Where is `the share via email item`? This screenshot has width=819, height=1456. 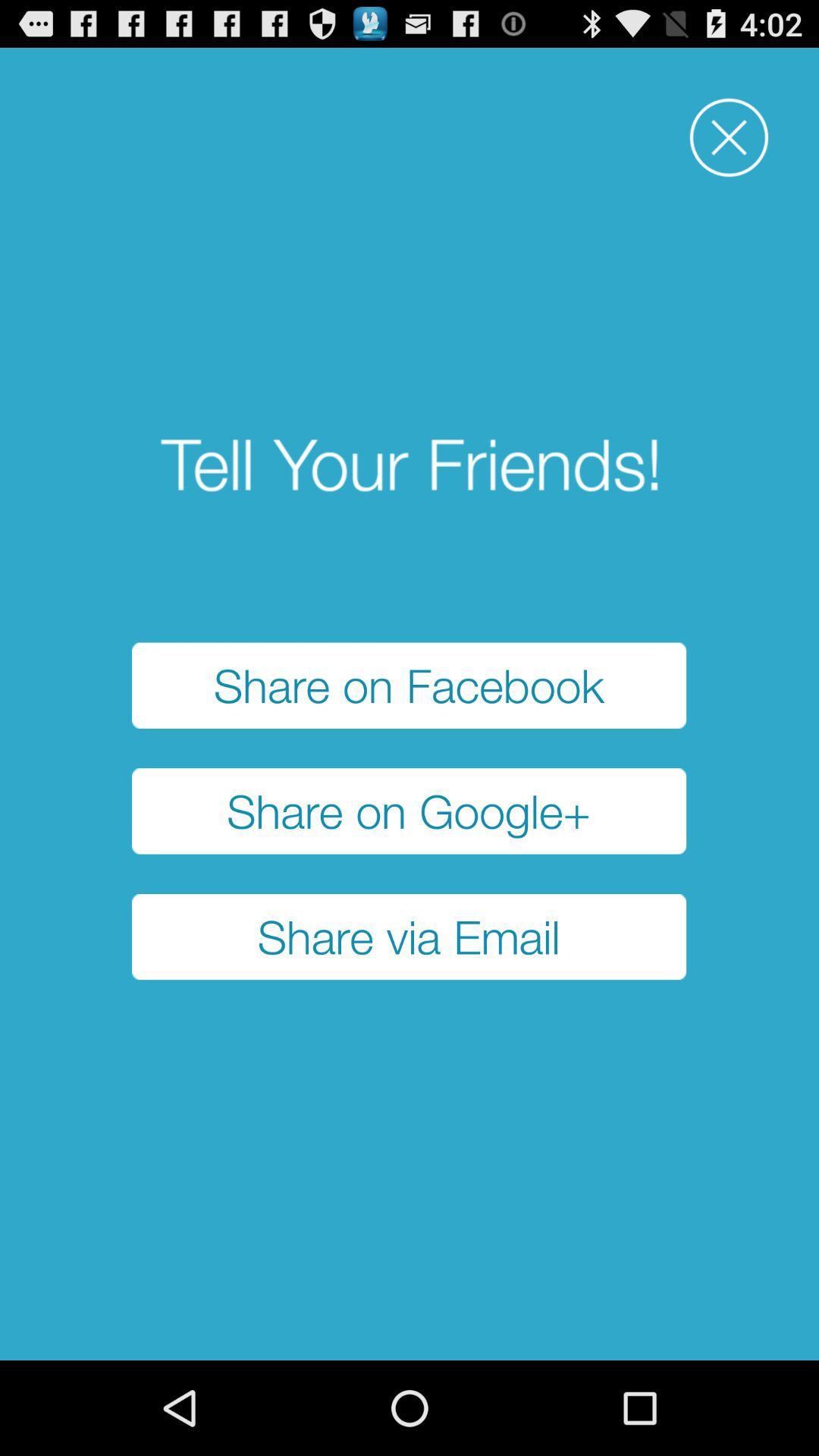
the share via email item is located at coordinates (408, 936).